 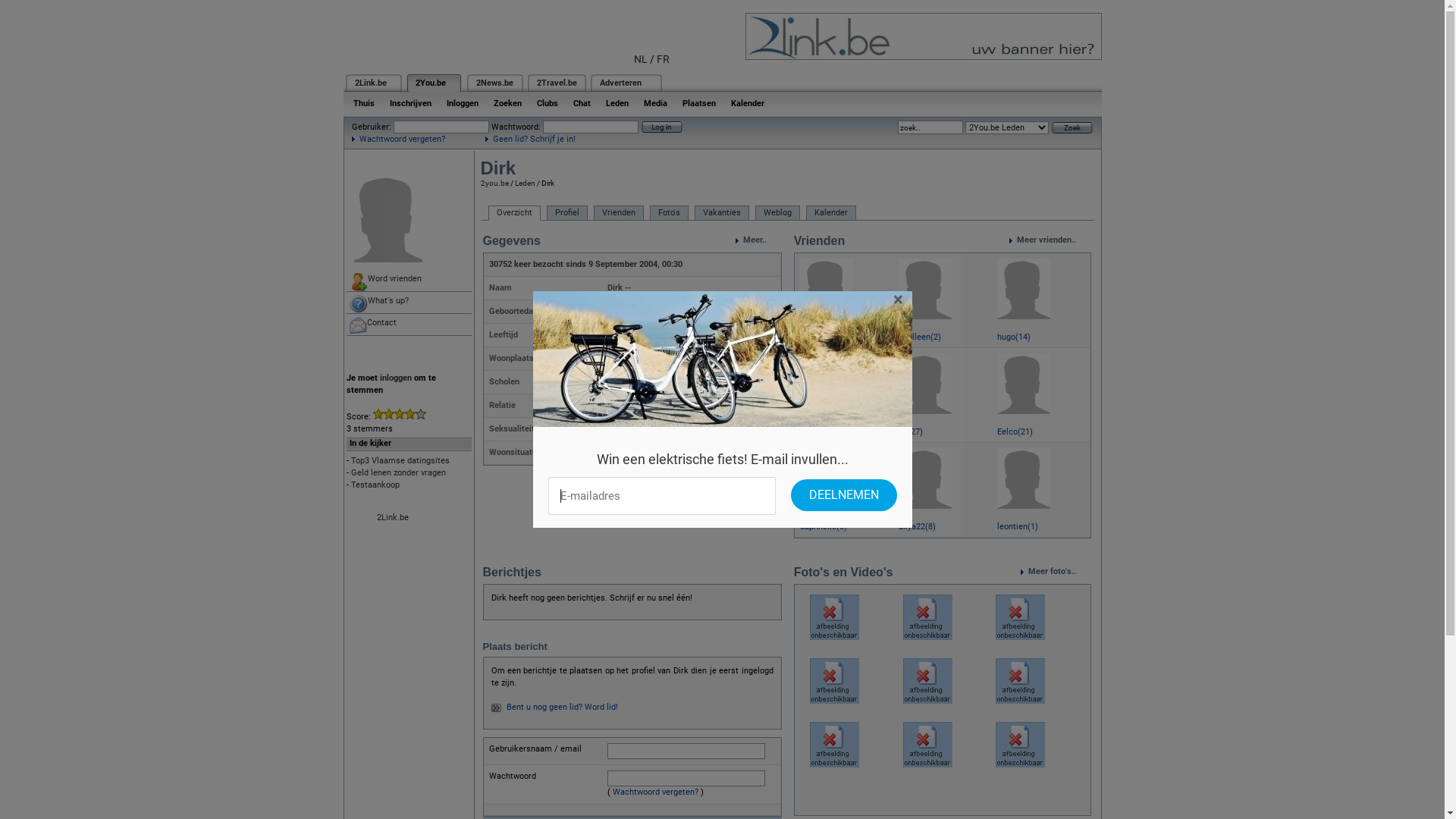 What do you see at coordinates (811, 336) in the screenshot?
I see `'Rita(1)'` at bounding box center [811, 336].